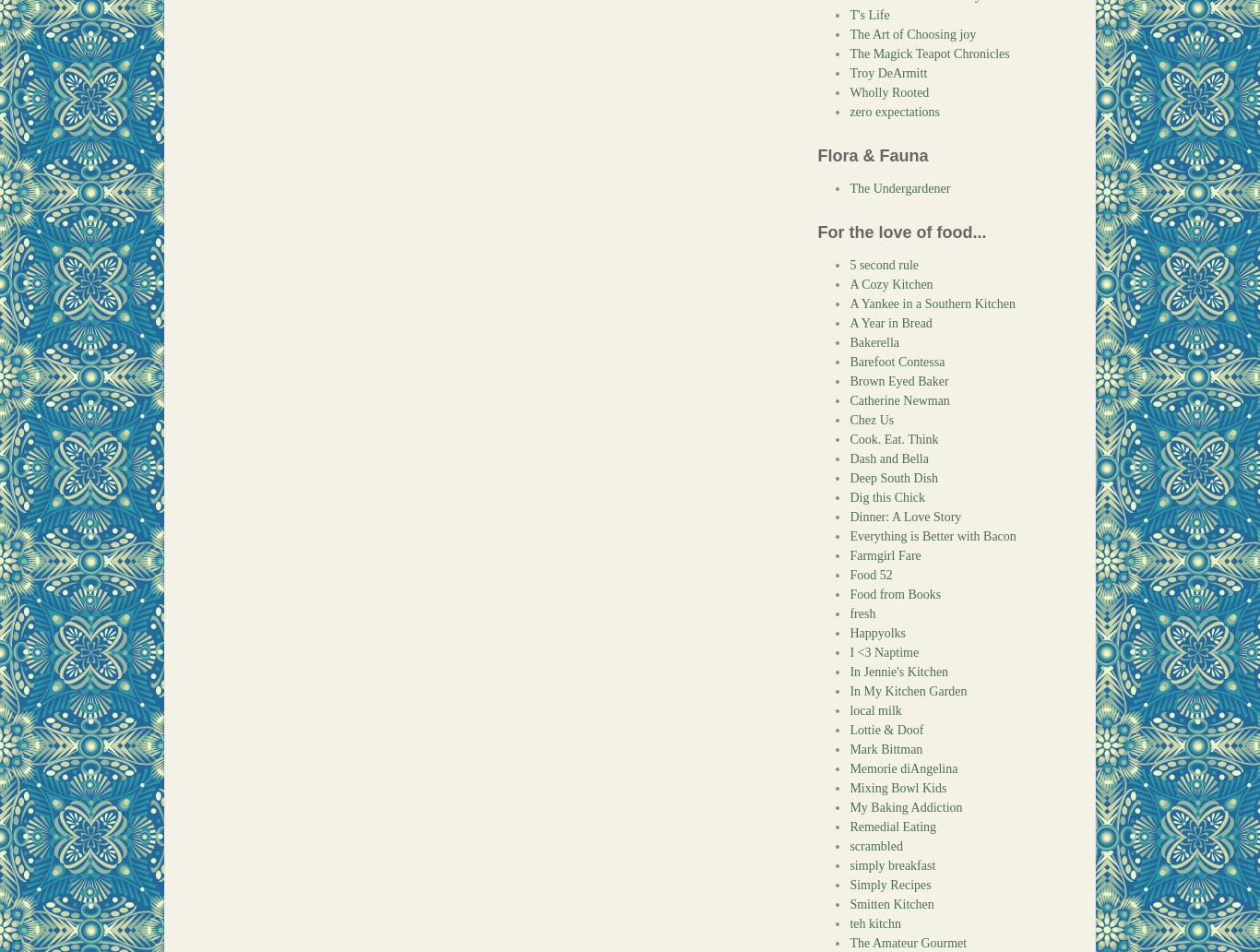 This screenshot has width=1260, height=952. Describe the element at coordinates (895, 594) in the screenshot. I see `'Food from Books'` at that location.